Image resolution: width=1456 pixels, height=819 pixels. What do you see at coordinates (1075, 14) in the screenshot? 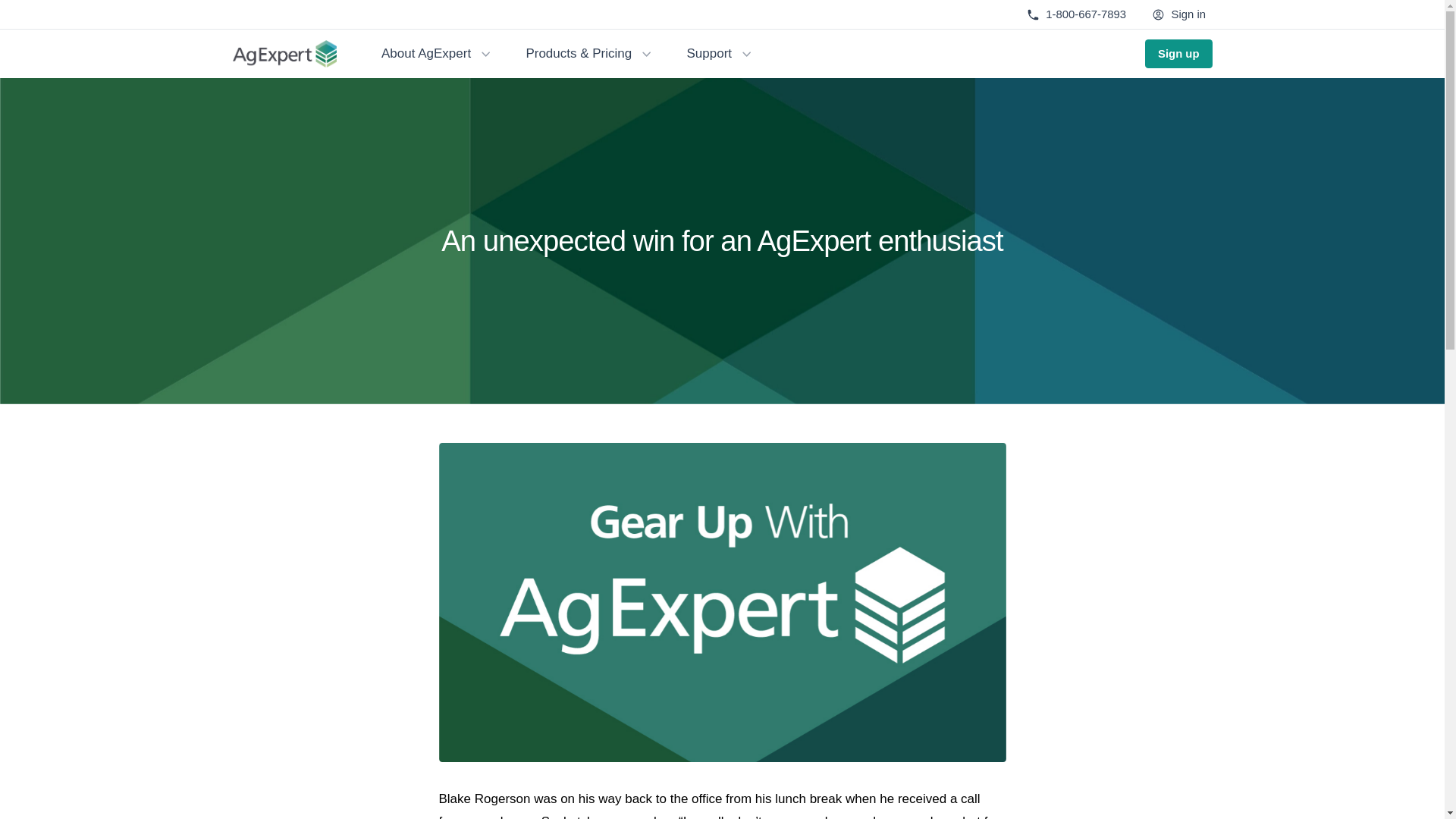
I see `'1-800-667-7893'` at bounding box center [1075, 14].